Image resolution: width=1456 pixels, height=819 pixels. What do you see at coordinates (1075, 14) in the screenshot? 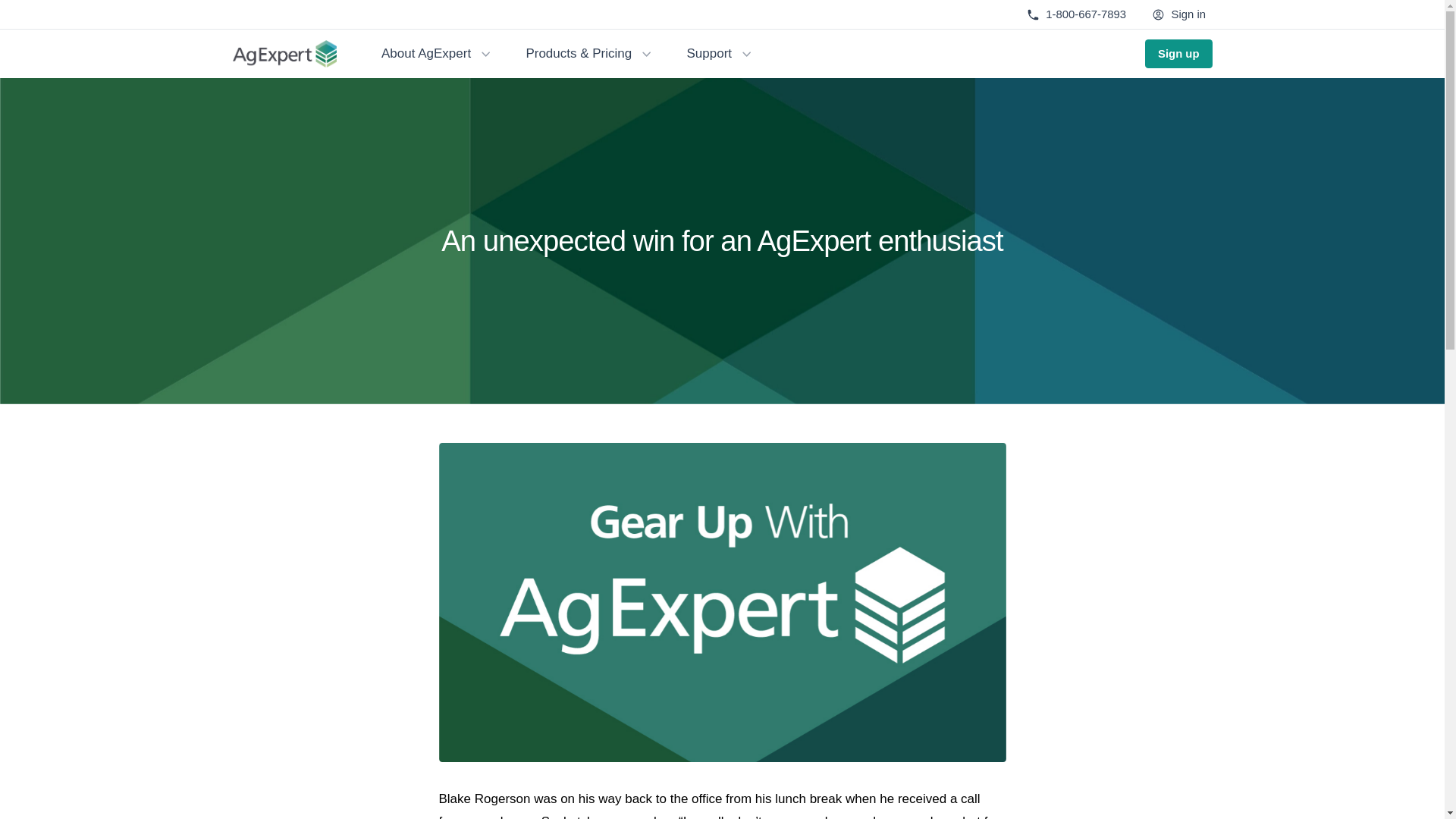
I see `'1-800-667-7893'` at bounding box center [1075, 14].